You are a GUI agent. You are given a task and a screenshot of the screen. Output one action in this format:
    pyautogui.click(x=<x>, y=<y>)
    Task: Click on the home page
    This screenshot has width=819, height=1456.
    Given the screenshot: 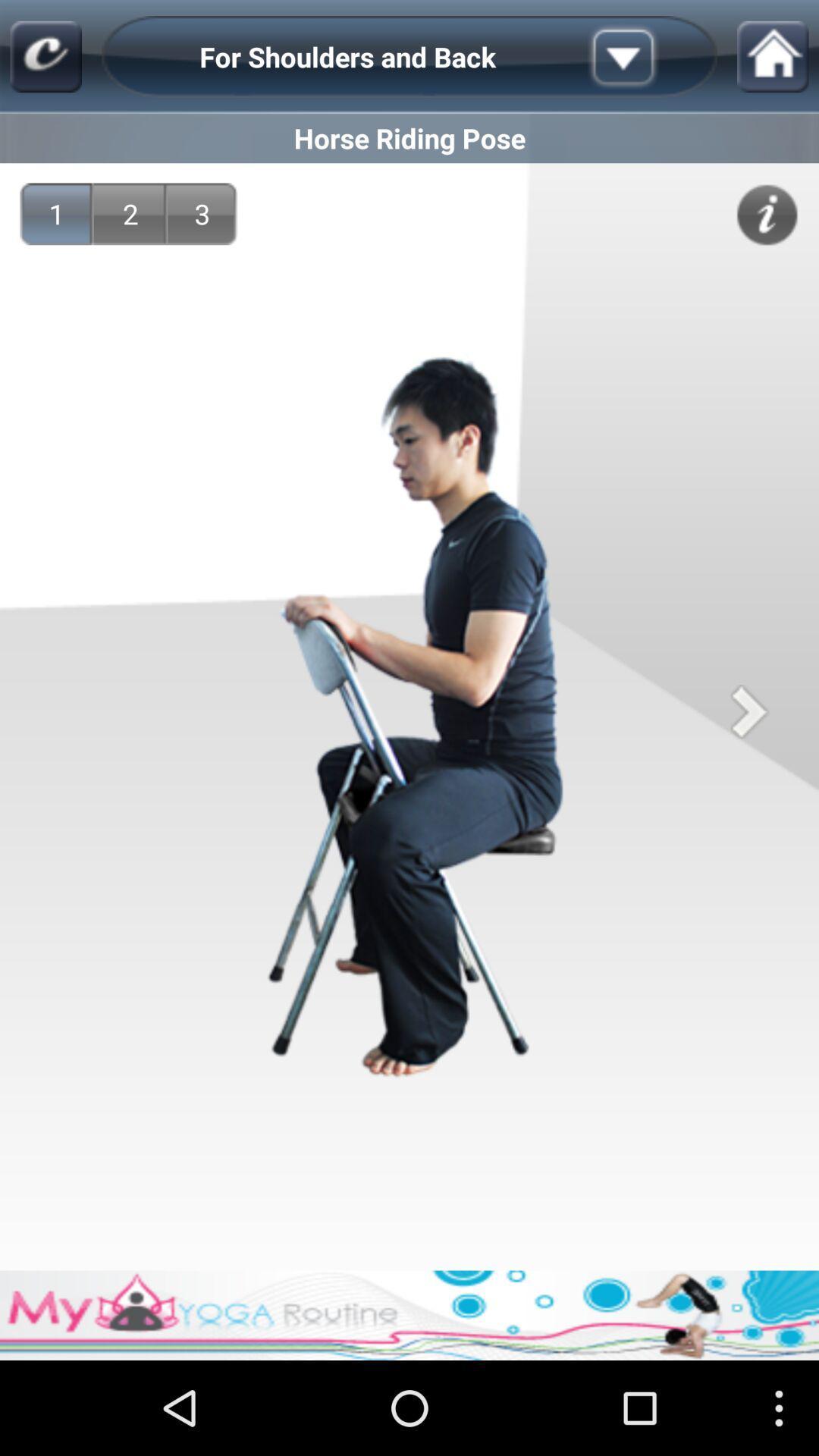 What is the action you would take?
    pyautogui.click(x=45, y=57)
    